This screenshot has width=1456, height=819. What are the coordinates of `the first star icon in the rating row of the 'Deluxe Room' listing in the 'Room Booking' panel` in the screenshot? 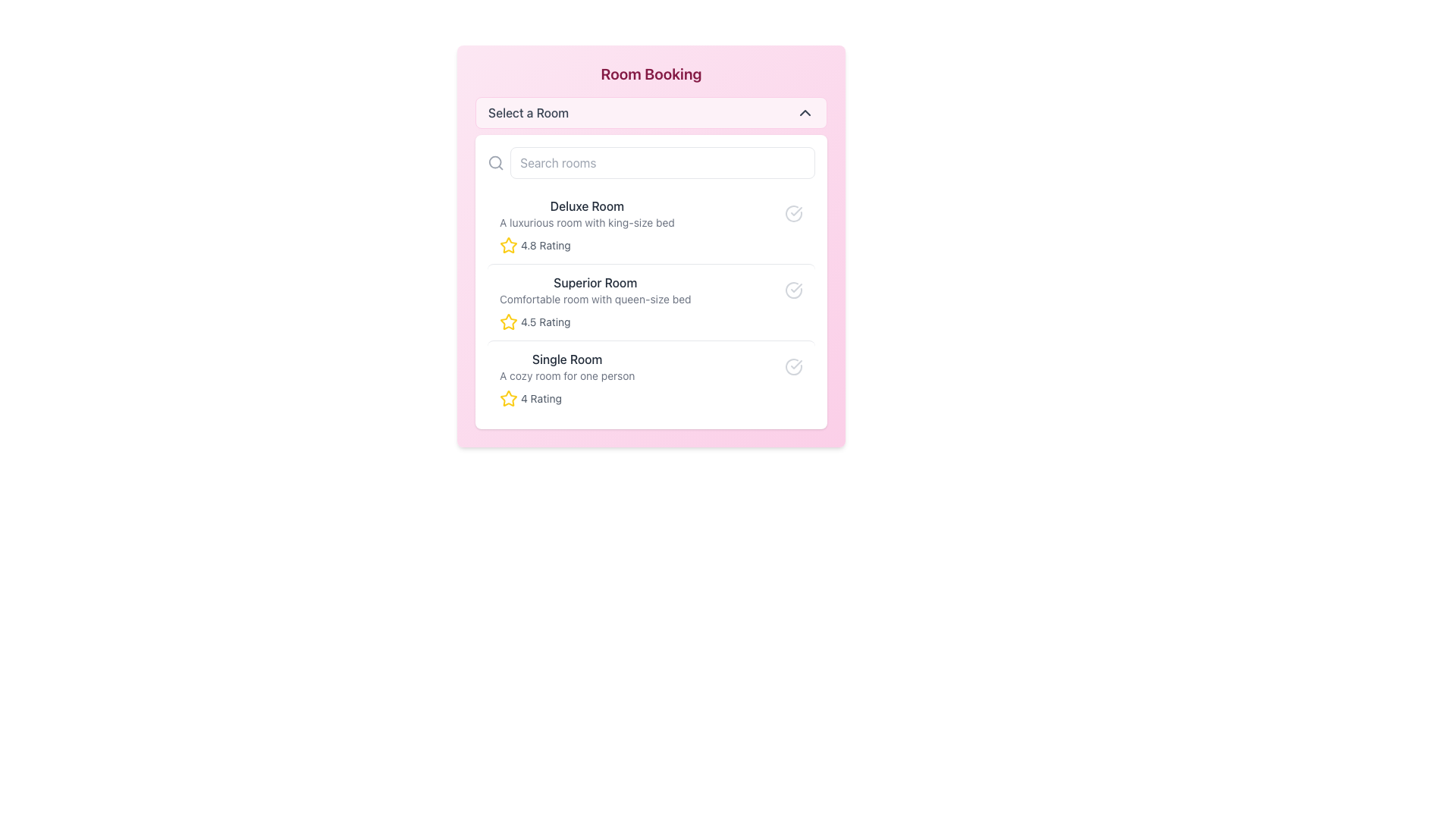 It's located at (509, 244).